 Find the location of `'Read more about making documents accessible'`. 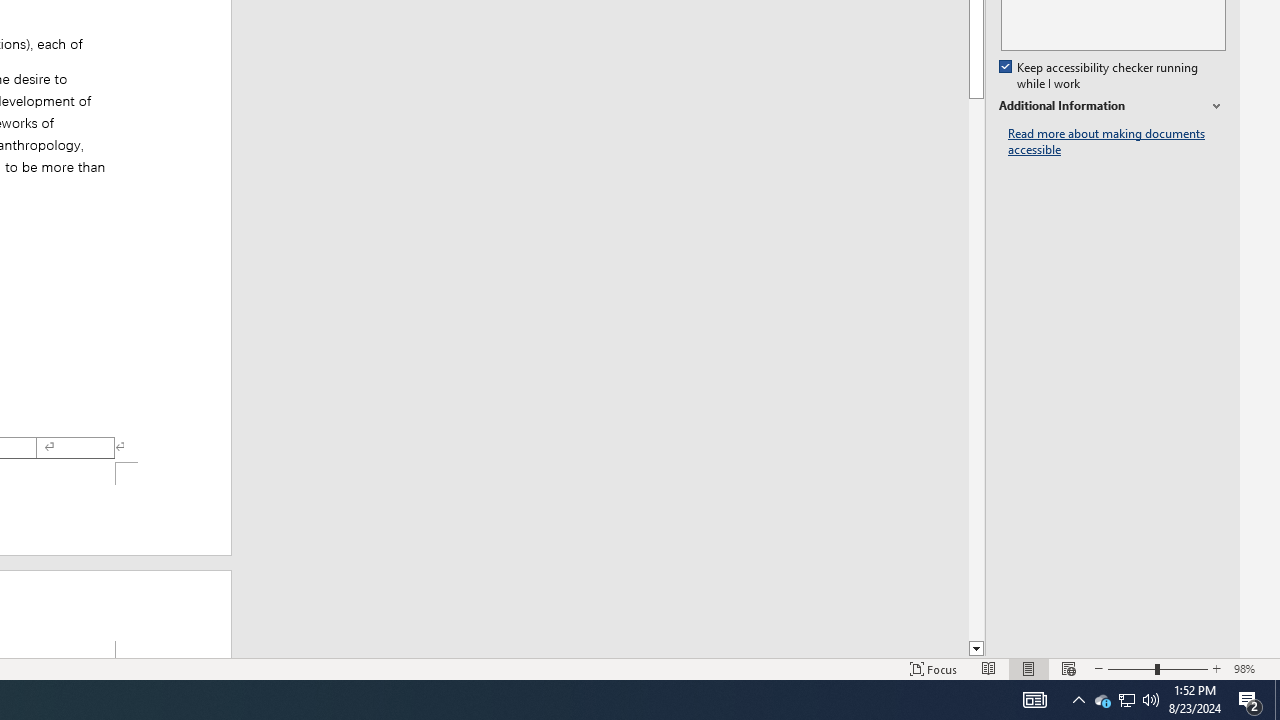

'Read more about making documents accessible' is located at coordinates (1116, 141).